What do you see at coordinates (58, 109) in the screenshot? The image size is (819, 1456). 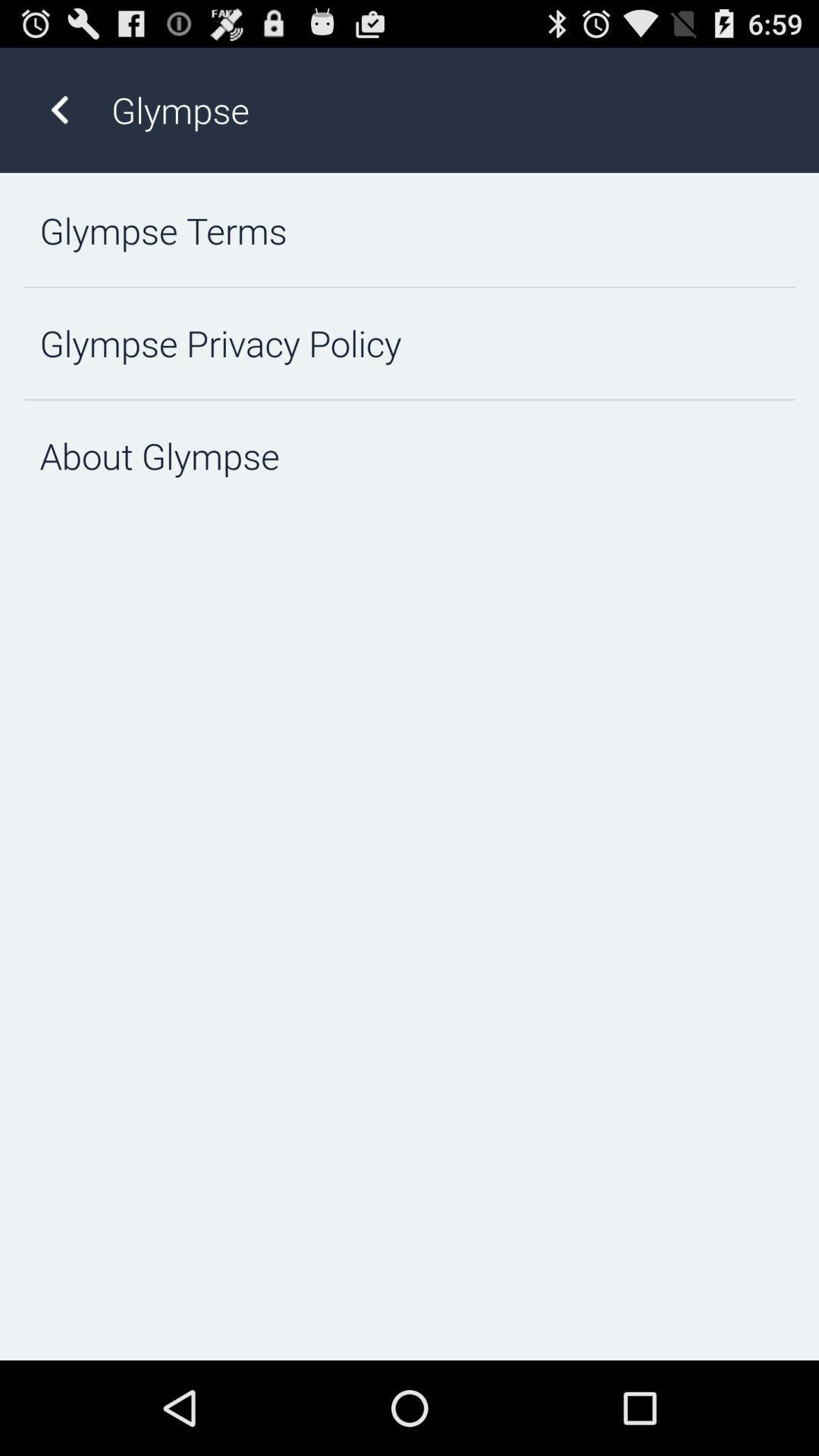 I see `the icon to the left of glympse` at bounding box center [58, 109].